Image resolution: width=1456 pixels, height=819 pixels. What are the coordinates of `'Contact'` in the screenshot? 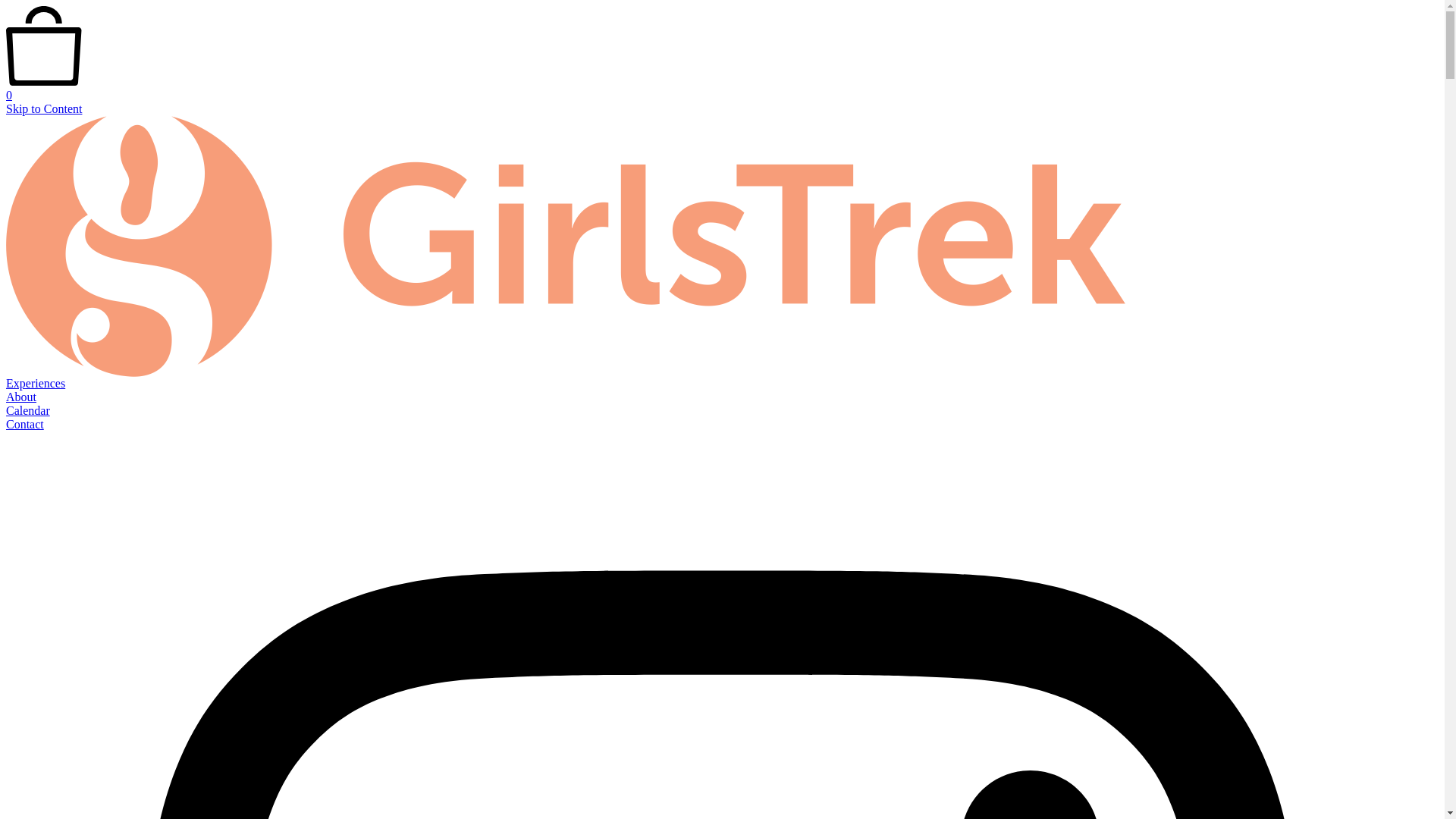 It's located at (25, 424).